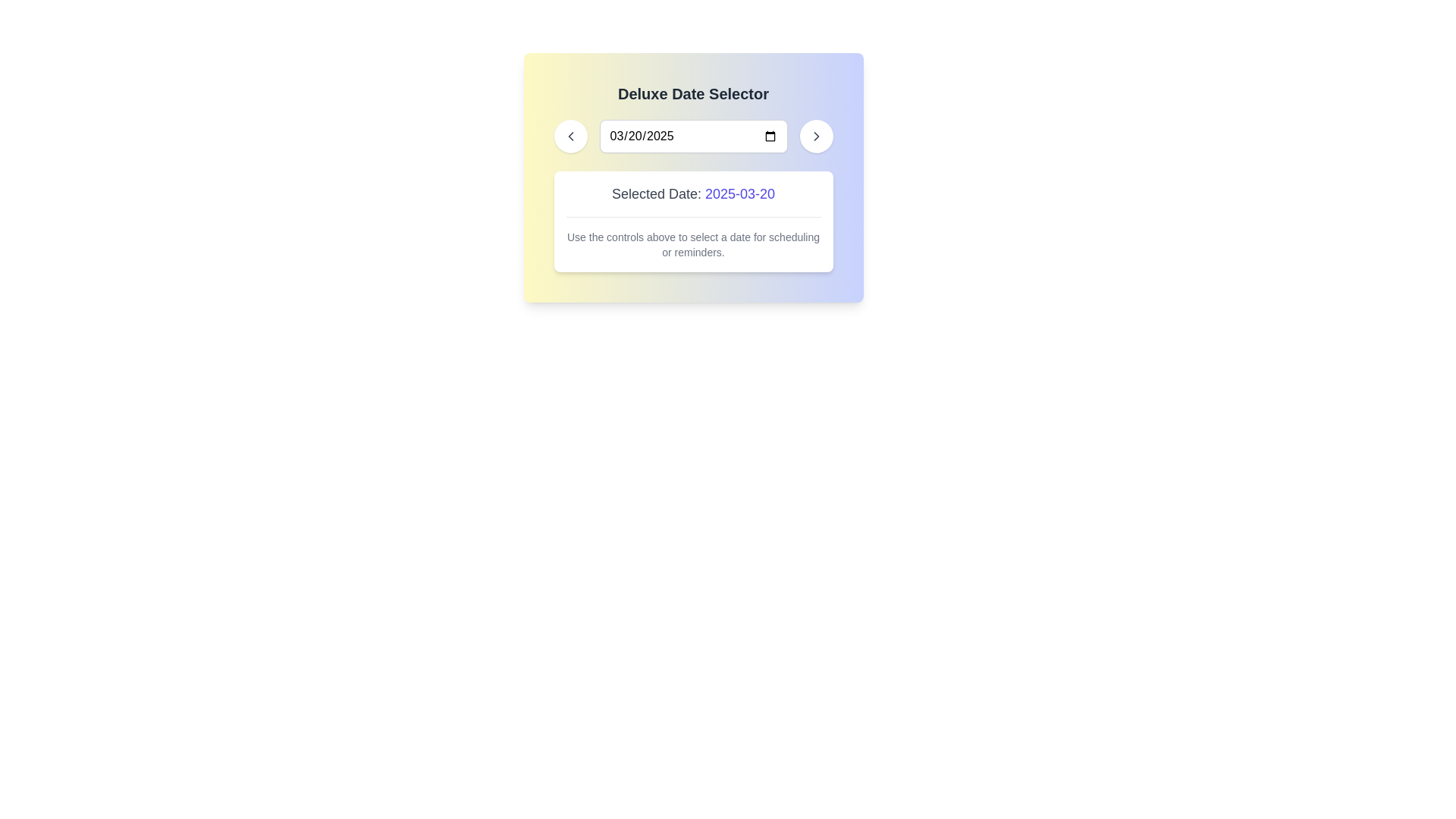 The image size is (1456, 819). Describe the element at coordinates (692, 238) in the screenshot. I see `the informational text element that describes the purpose of the controls for scheduling or reminder selection, located below 'Selected Date: 2025-03-20.'` at that location.